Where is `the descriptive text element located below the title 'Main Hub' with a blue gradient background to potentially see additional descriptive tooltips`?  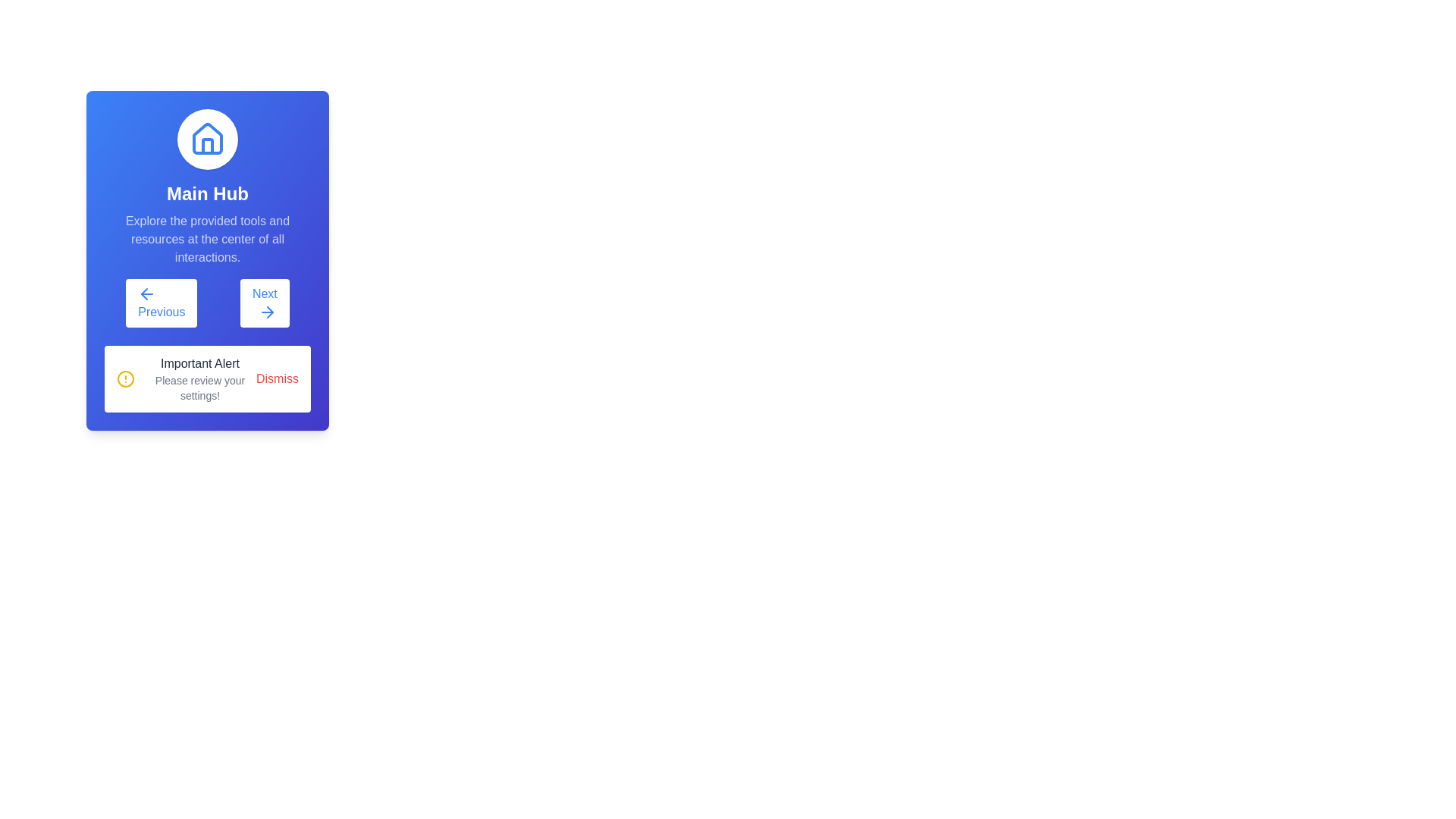 the descriptive text element located below the title 'Main Hub' with a blue gradient background to potentially see additional descriptive tooltips is located at coordinates (206, 239).